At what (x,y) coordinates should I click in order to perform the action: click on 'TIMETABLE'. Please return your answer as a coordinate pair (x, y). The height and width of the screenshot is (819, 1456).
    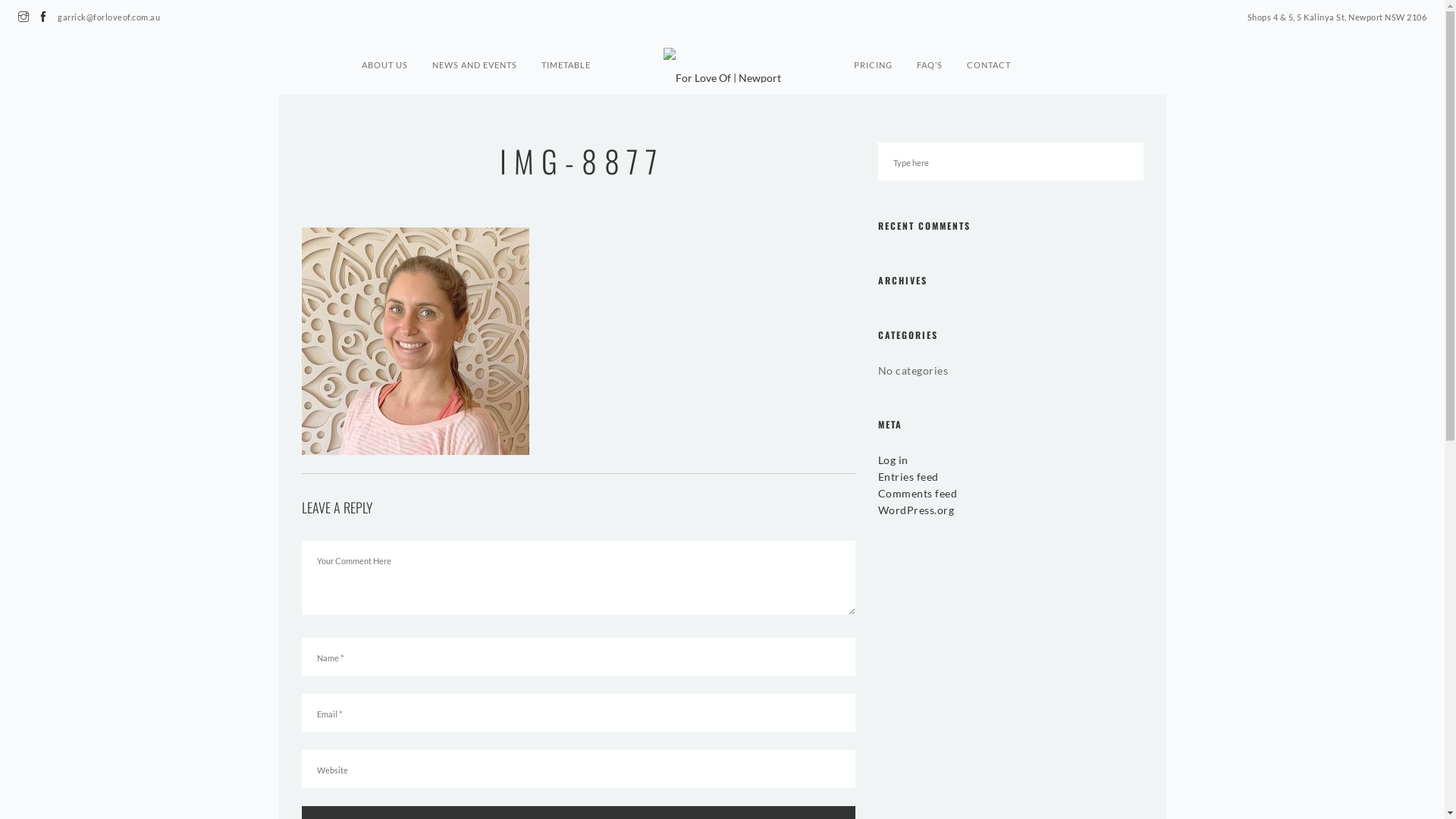
    Looking at the image, I should click on (565, 57).